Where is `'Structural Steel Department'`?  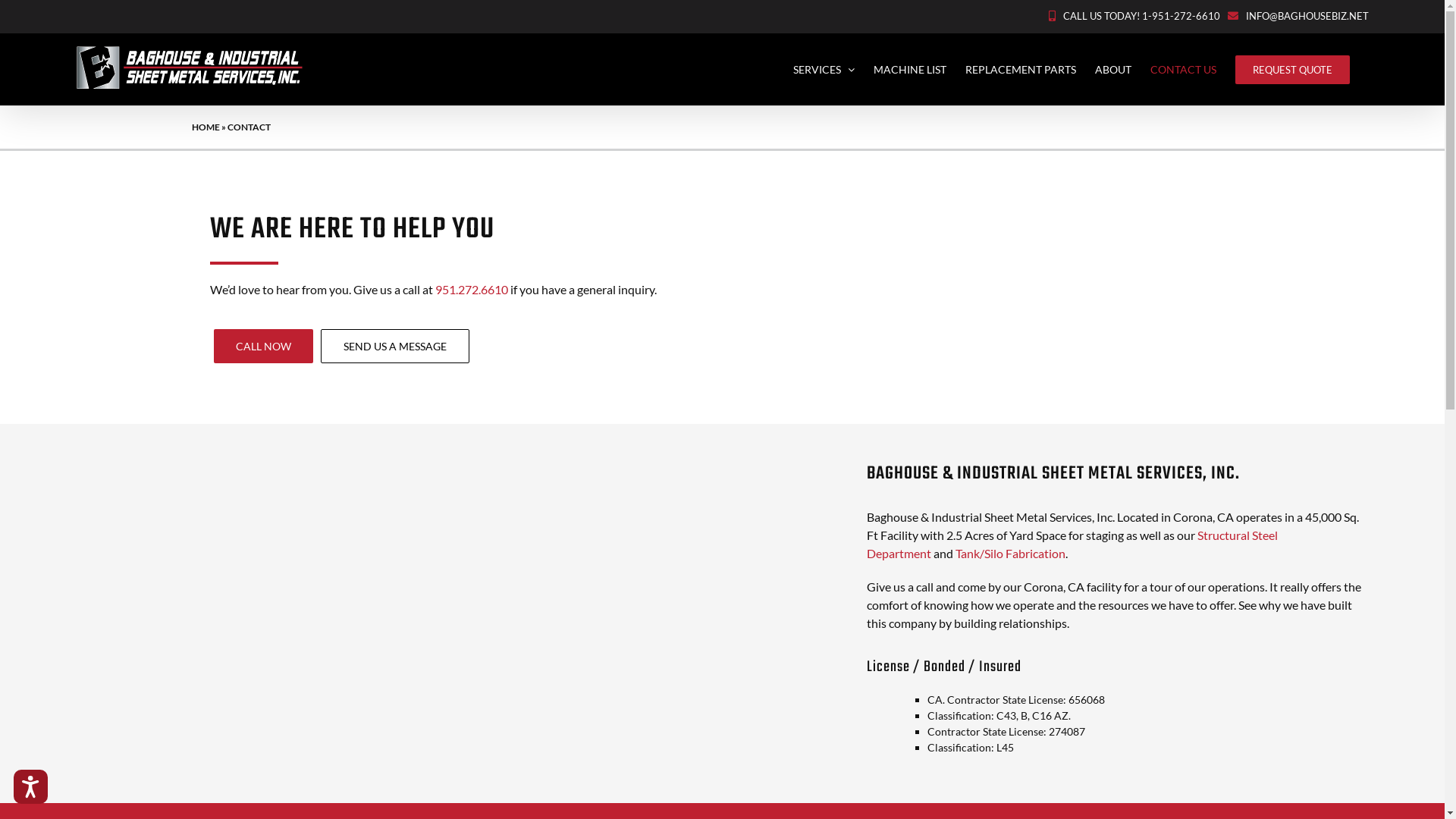
'Structural Steel Department' is located at coordinates (1072, 543).